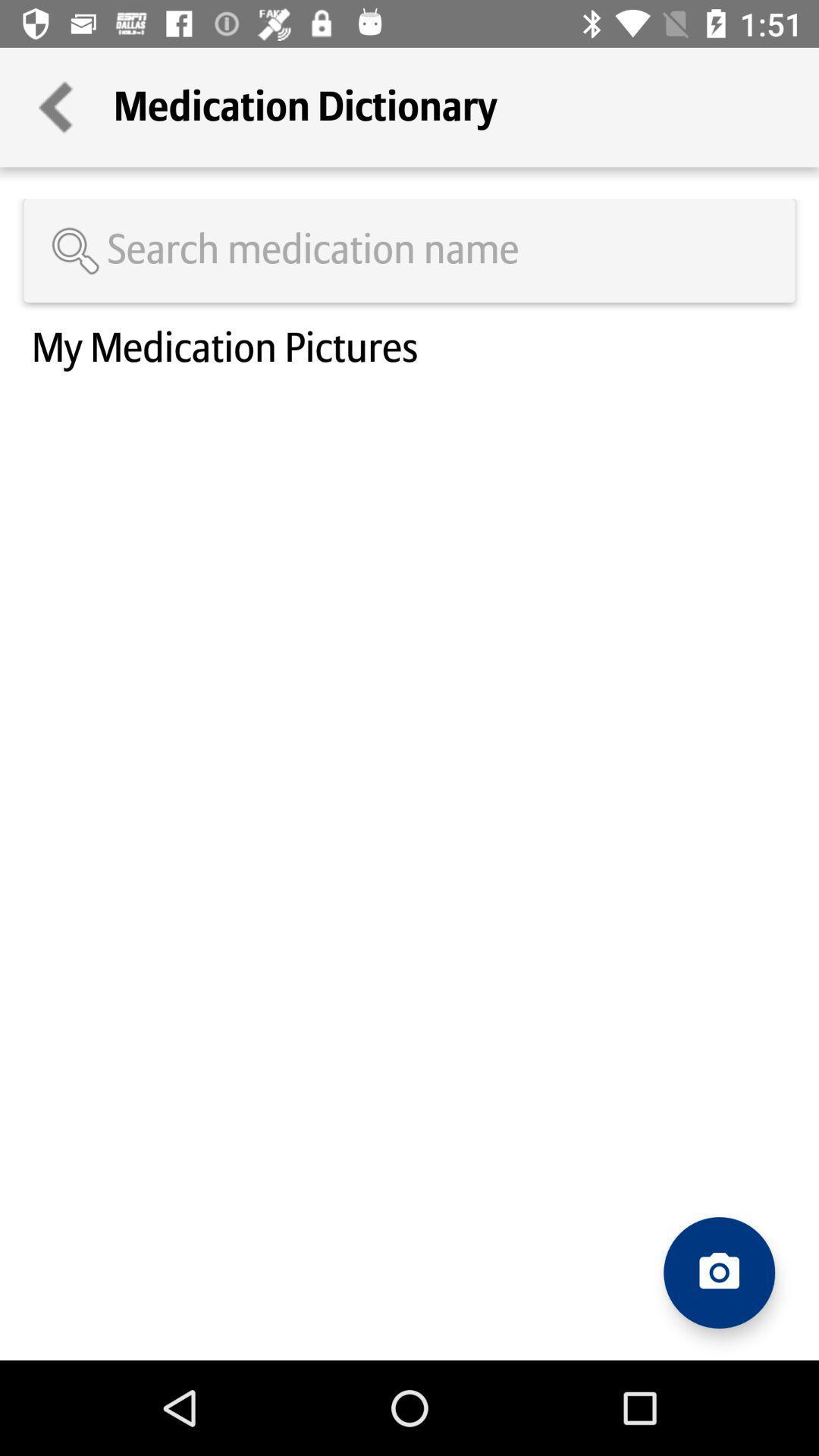 The image size is (819, 1456). What do you see at coordinates (718, 1272) in the screenshot?
I see `icon at the bottom right corner` at bounding box center [718, 1272].